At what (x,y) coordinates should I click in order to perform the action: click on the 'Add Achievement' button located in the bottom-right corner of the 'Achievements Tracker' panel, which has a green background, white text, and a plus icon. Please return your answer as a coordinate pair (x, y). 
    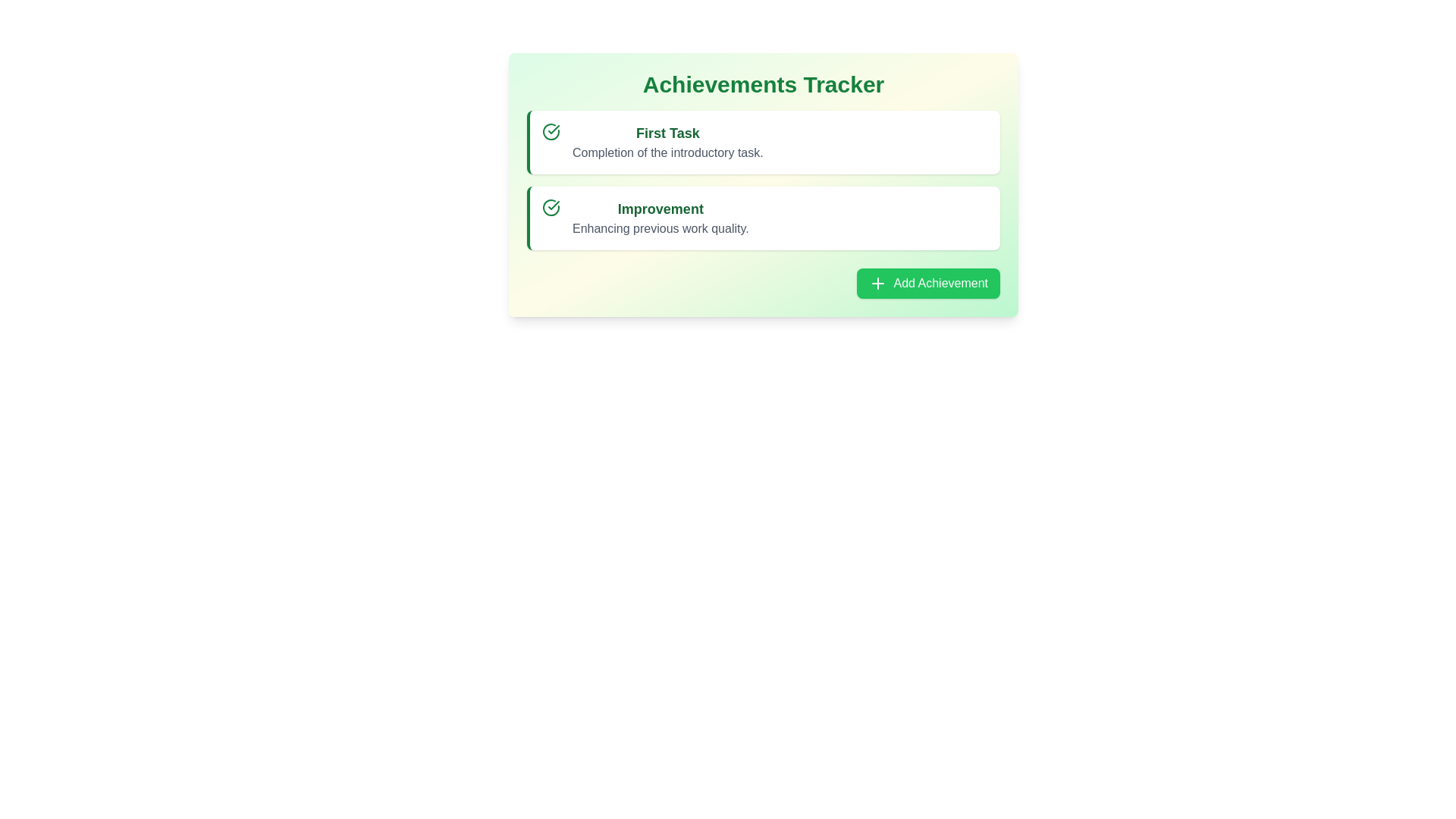
    Looking at the image, I should click on (927, 284).